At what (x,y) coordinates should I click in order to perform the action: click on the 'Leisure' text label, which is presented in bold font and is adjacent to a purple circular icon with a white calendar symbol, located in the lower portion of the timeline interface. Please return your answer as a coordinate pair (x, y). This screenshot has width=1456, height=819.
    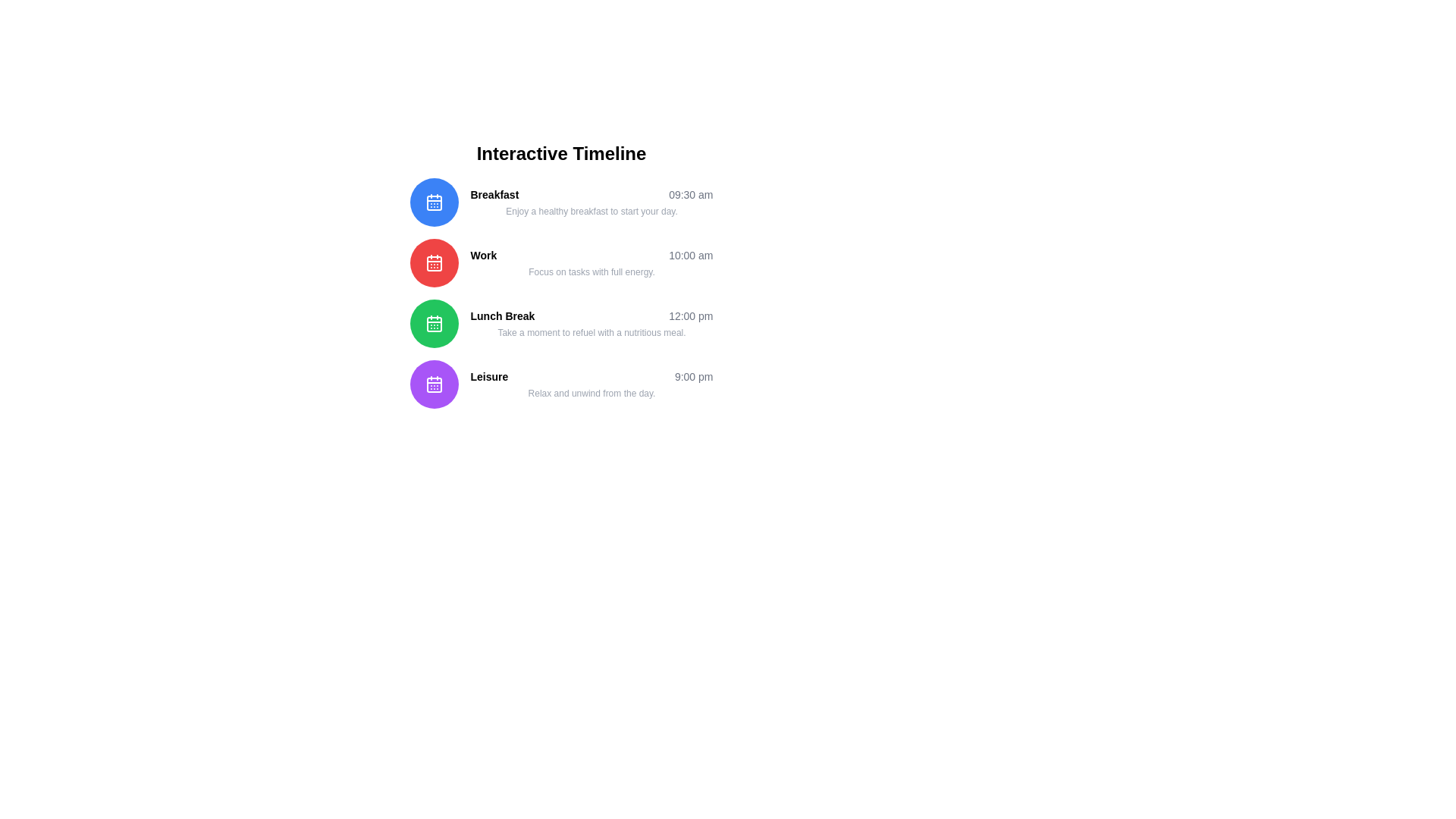
    Looking at the image, I should click on (489, 376).